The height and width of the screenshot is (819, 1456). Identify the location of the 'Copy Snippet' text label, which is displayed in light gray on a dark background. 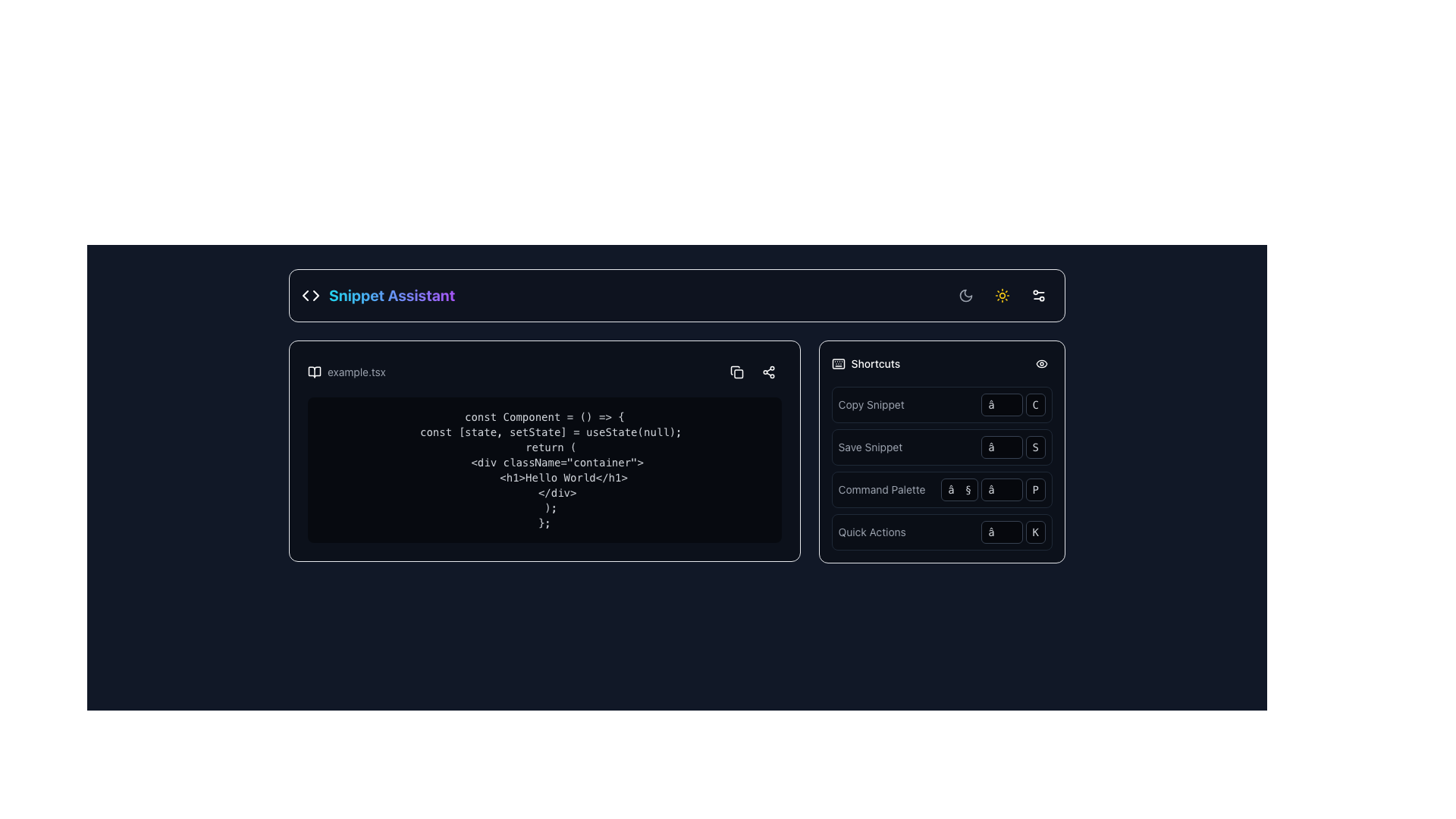
(871, 403).